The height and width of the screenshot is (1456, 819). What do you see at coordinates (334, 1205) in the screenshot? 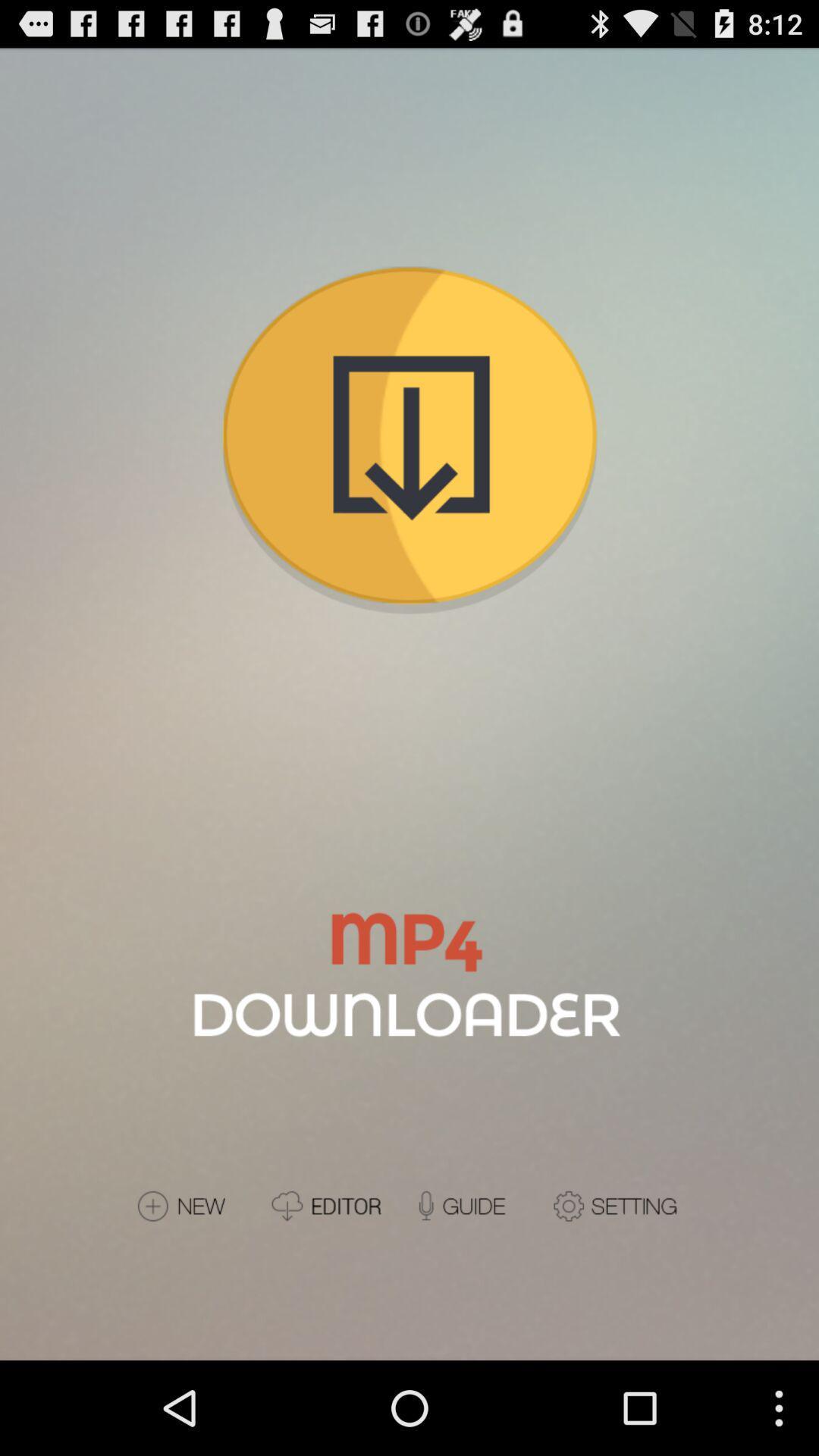
I see `editor` at bounding box center [334, 1205].